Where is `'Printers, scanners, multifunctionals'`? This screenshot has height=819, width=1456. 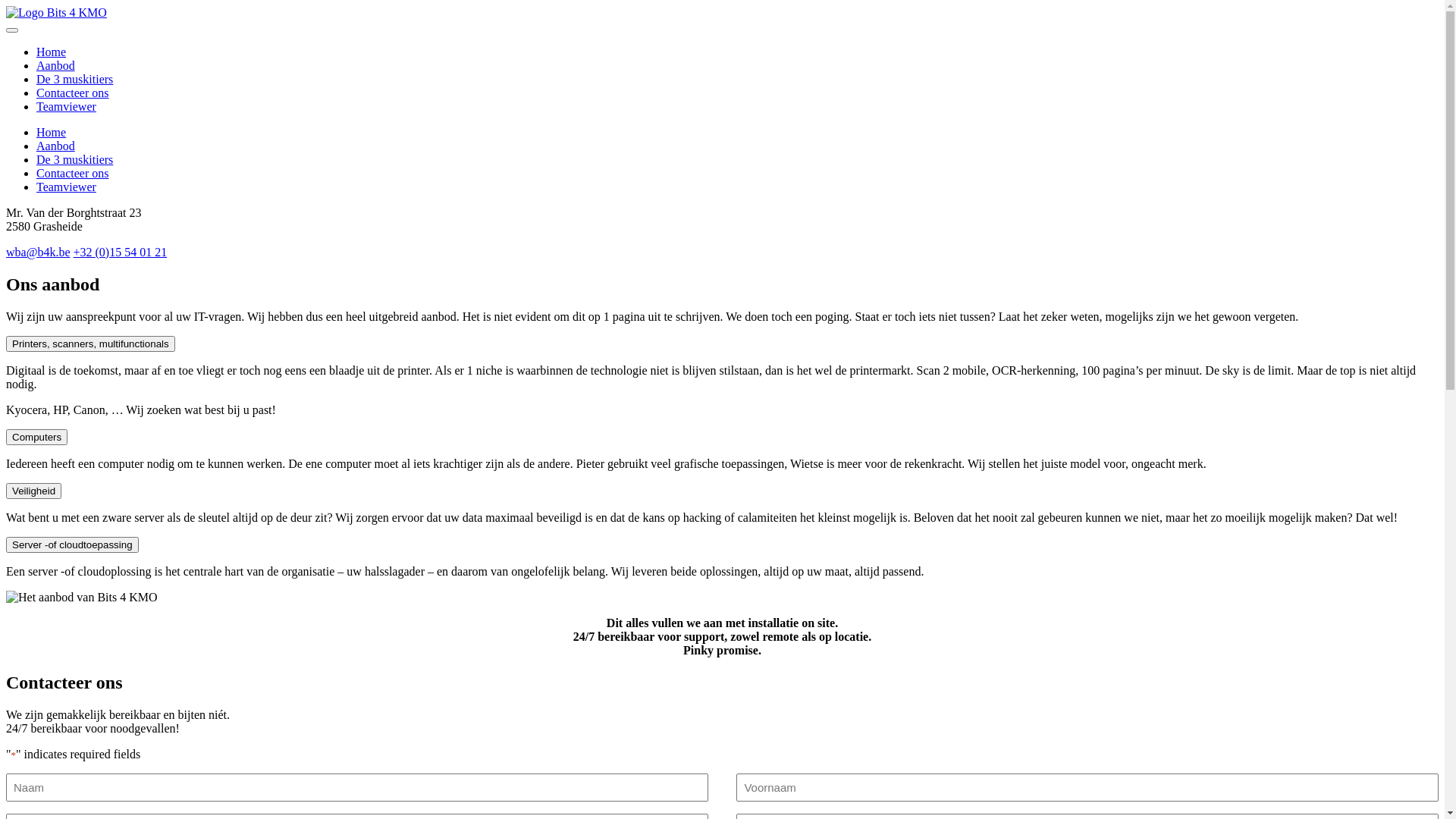 'Printers, scanners, multifunctionals' is located at coordinates (6, 344).